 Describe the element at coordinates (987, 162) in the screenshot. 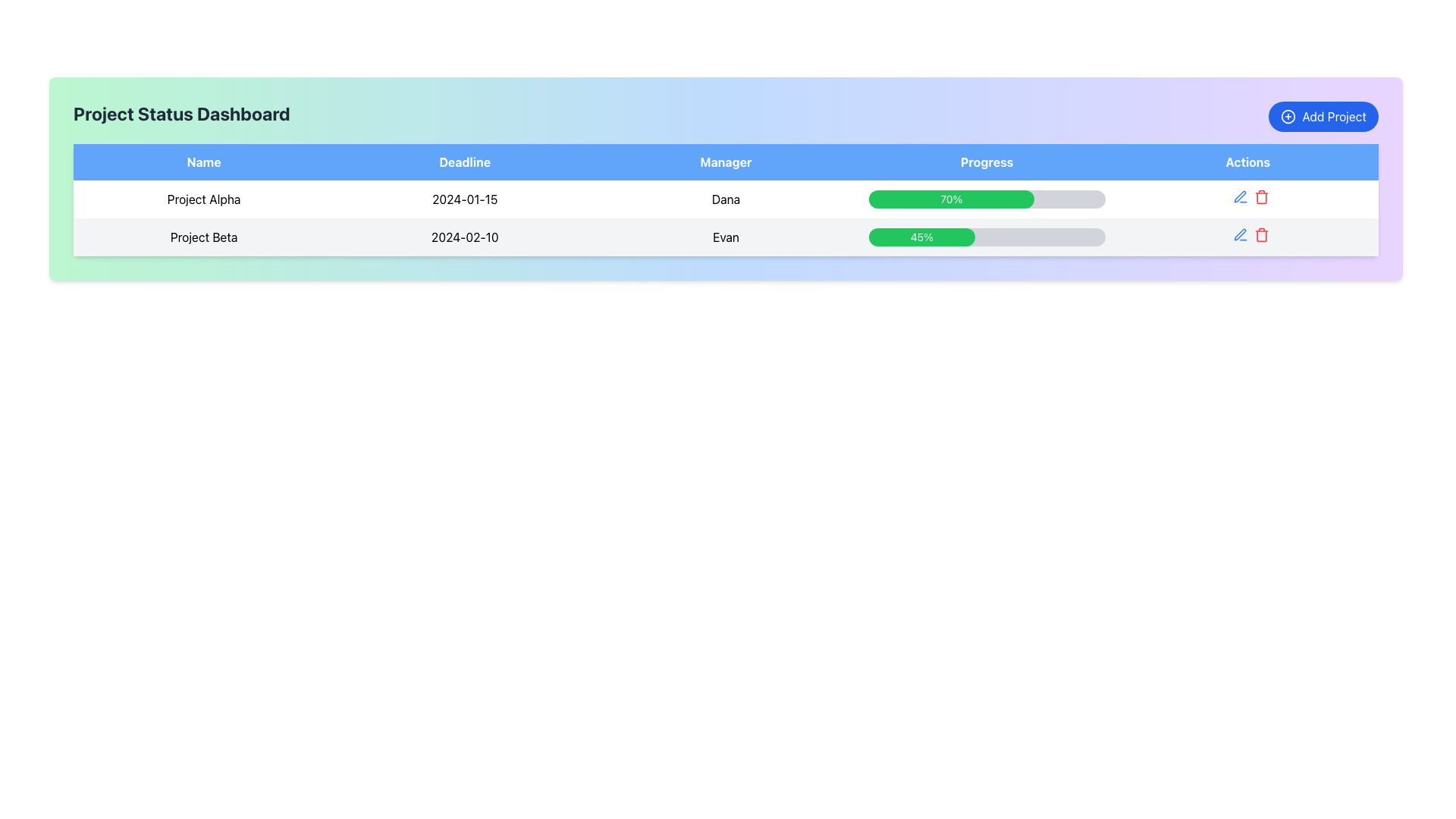

I see `the 'Progress Status' text label, which is the fourth column header in the table, indicating the data below it pertains to progress status` at that location.